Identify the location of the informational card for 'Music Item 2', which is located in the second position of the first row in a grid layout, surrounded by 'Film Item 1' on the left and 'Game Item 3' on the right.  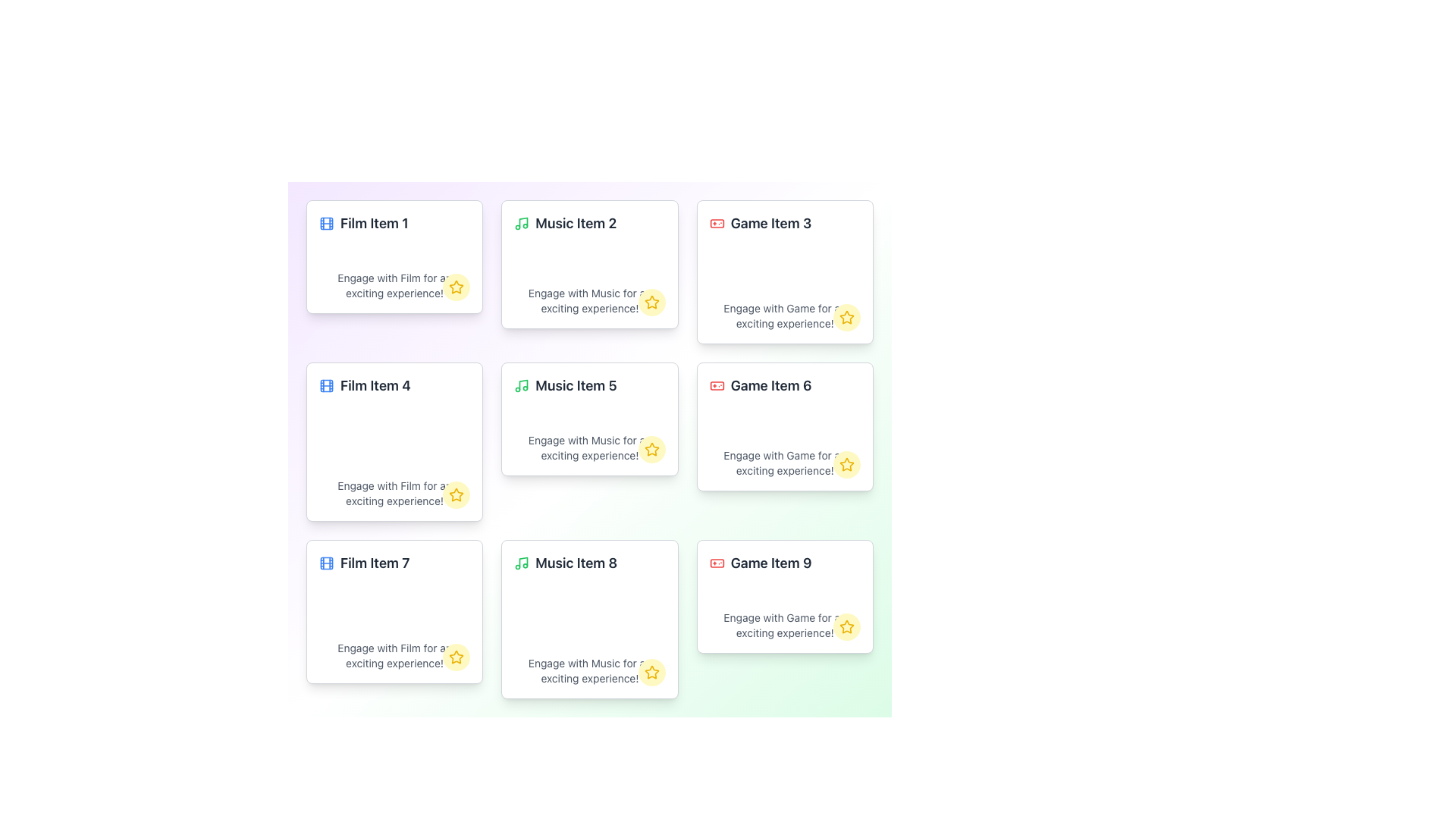
(588, 263).